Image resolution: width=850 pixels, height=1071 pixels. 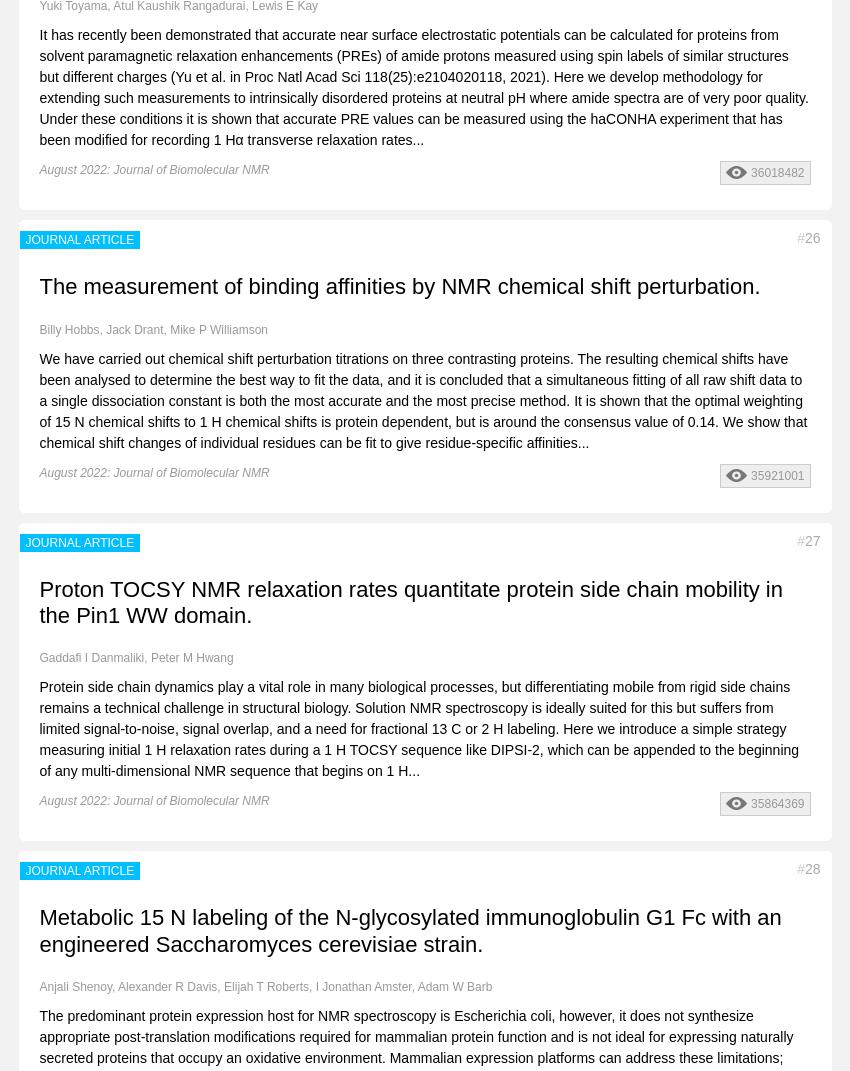 What do you see at coordinates (422, 400) in the screenshot?
I see `'We have carried out chemical shift perturbation titrations on three contrasting proteins. The resulting chemical shifts have been analysed to determine the best way to fit the data, and it is concluded that a simultaneous fitting of all raw shift data to a single dissociation constant is both the most accurate and the most precise method. It is shown that the optimal weighting of 15 N chemical shifts to 1 H chemical shifts is protein dependent, but is around the consensus value of 0.14. We show that chemical shift changes of individual residues can be fit to give residue-specific affinities...'` at bounding box center [422, 400].